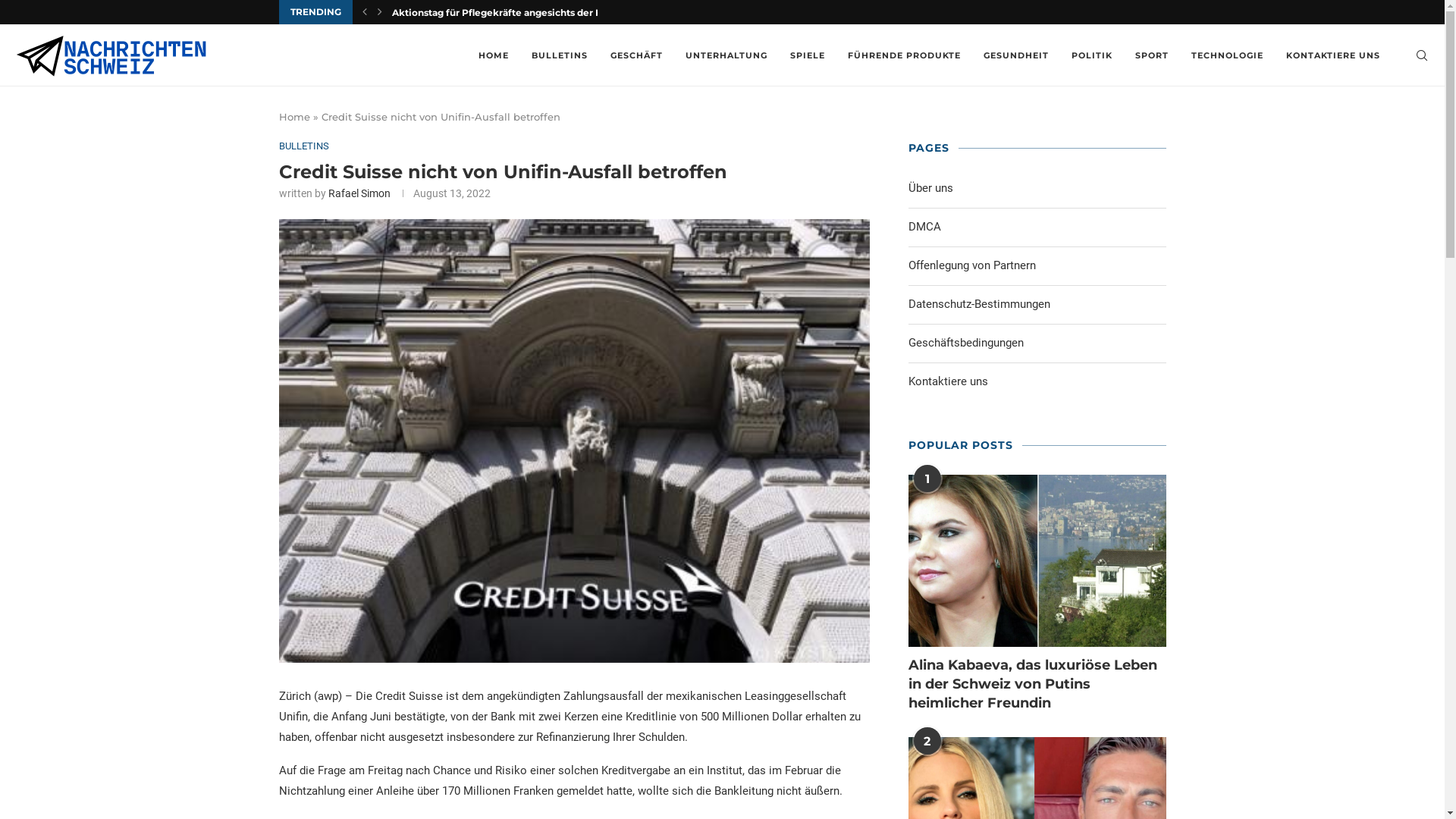 The width and height of the screenshot is (1456, 819). What do you see at coordinates (303, 146) in the screenshot?
I see `'BULLETINS'` at bounding box center [303, 146].